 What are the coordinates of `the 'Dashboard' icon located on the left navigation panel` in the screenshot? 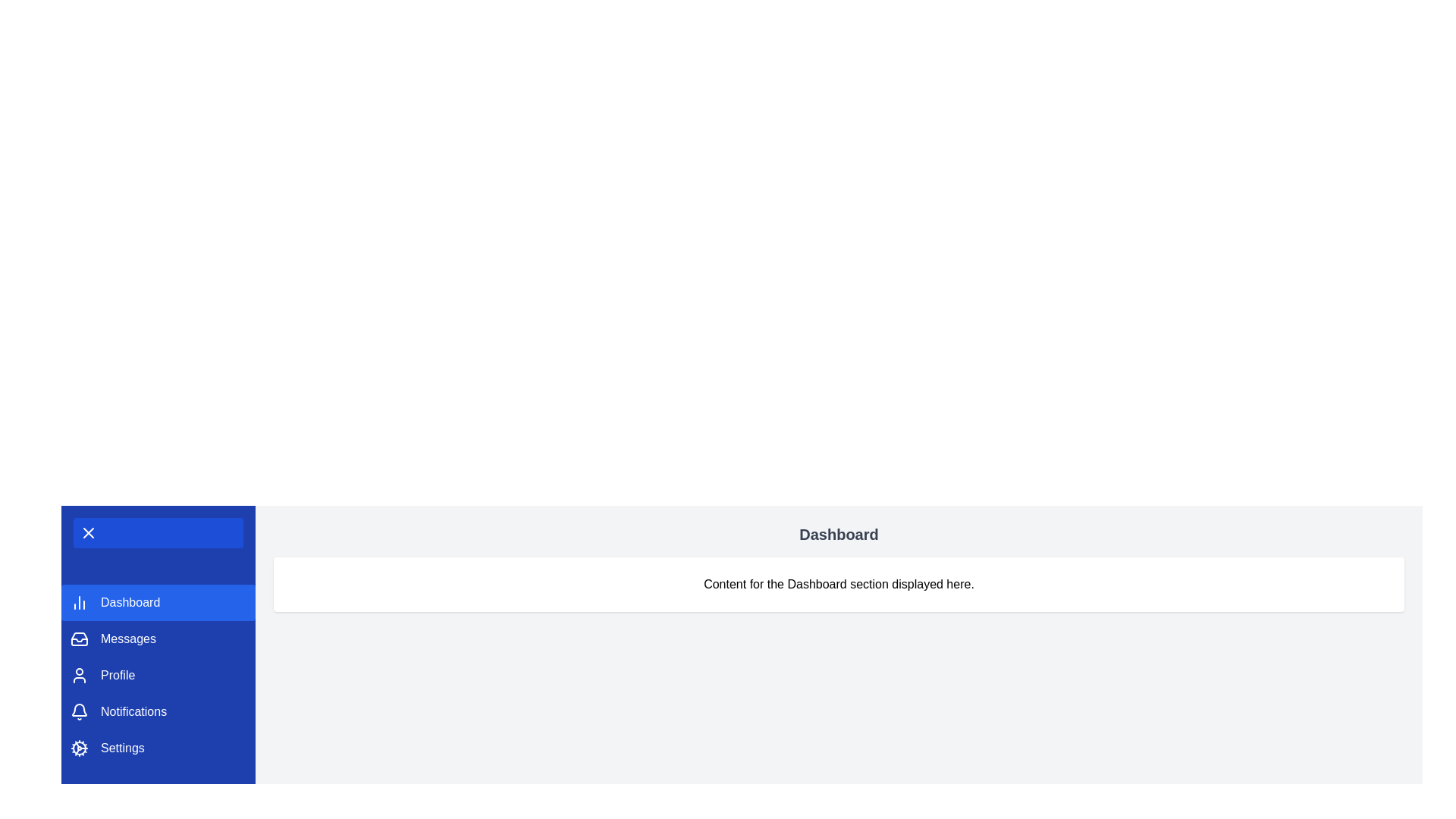 It's located at (79, 601).